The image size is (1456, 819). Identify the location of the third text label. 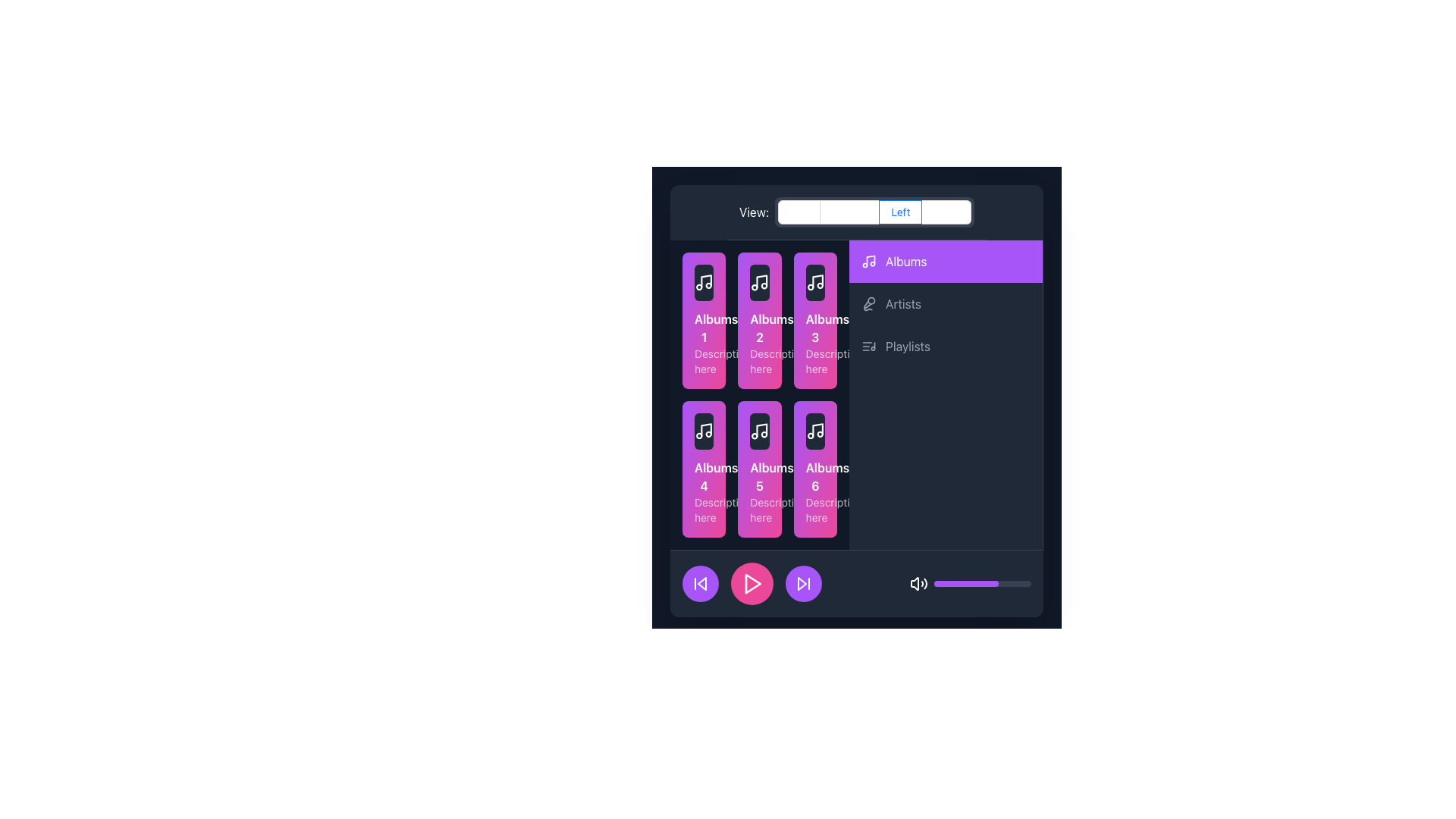
(908, 346).